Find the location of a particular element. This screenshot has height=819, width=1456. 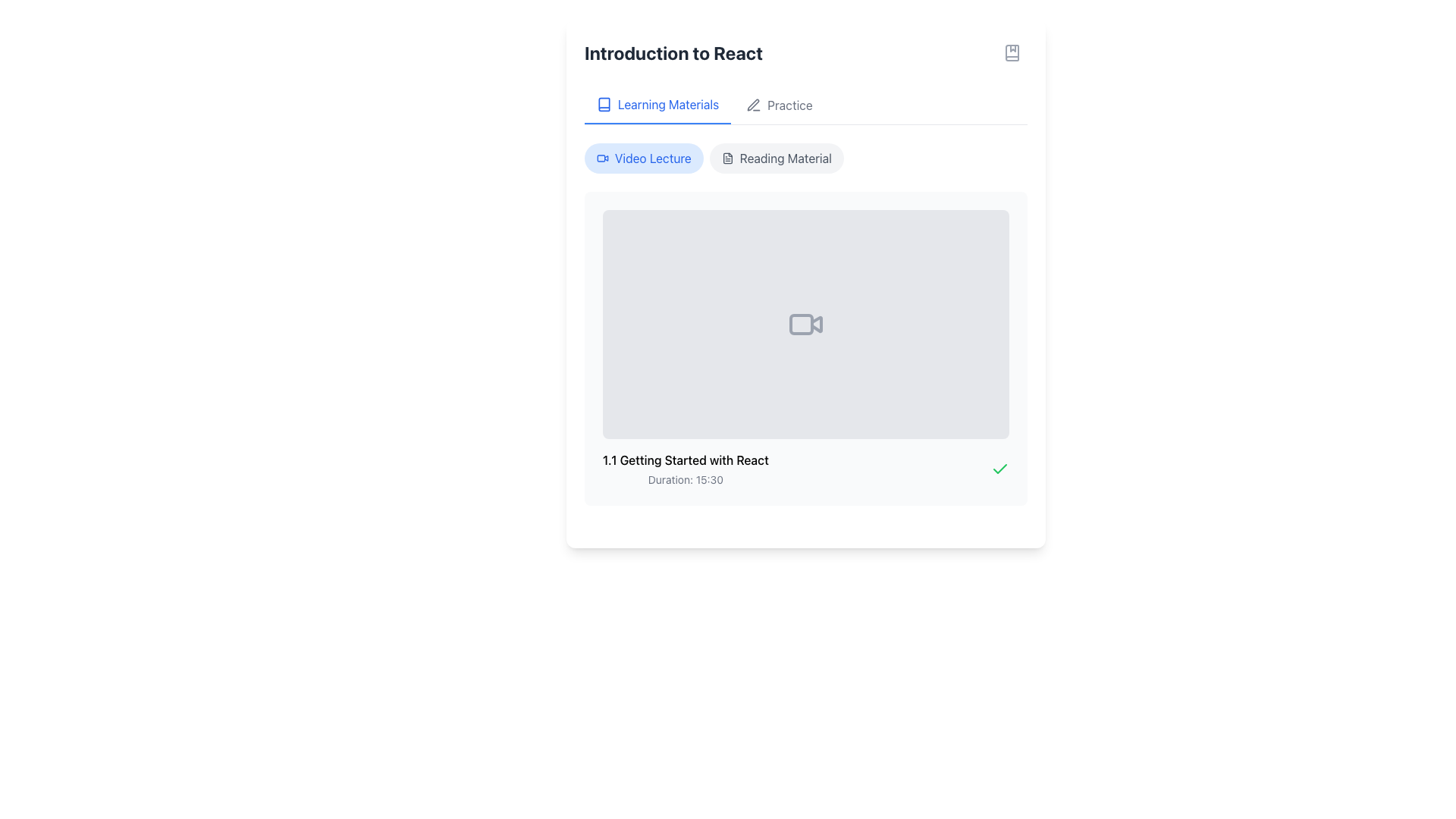

the subcomponents of the Content Card for the video lecture titled '1.1 Getting Started with React', located below the 'Video Lecture' and 'Reading Material' tabs in the 'Learning Materials' section is located at coordinates (805, 323).